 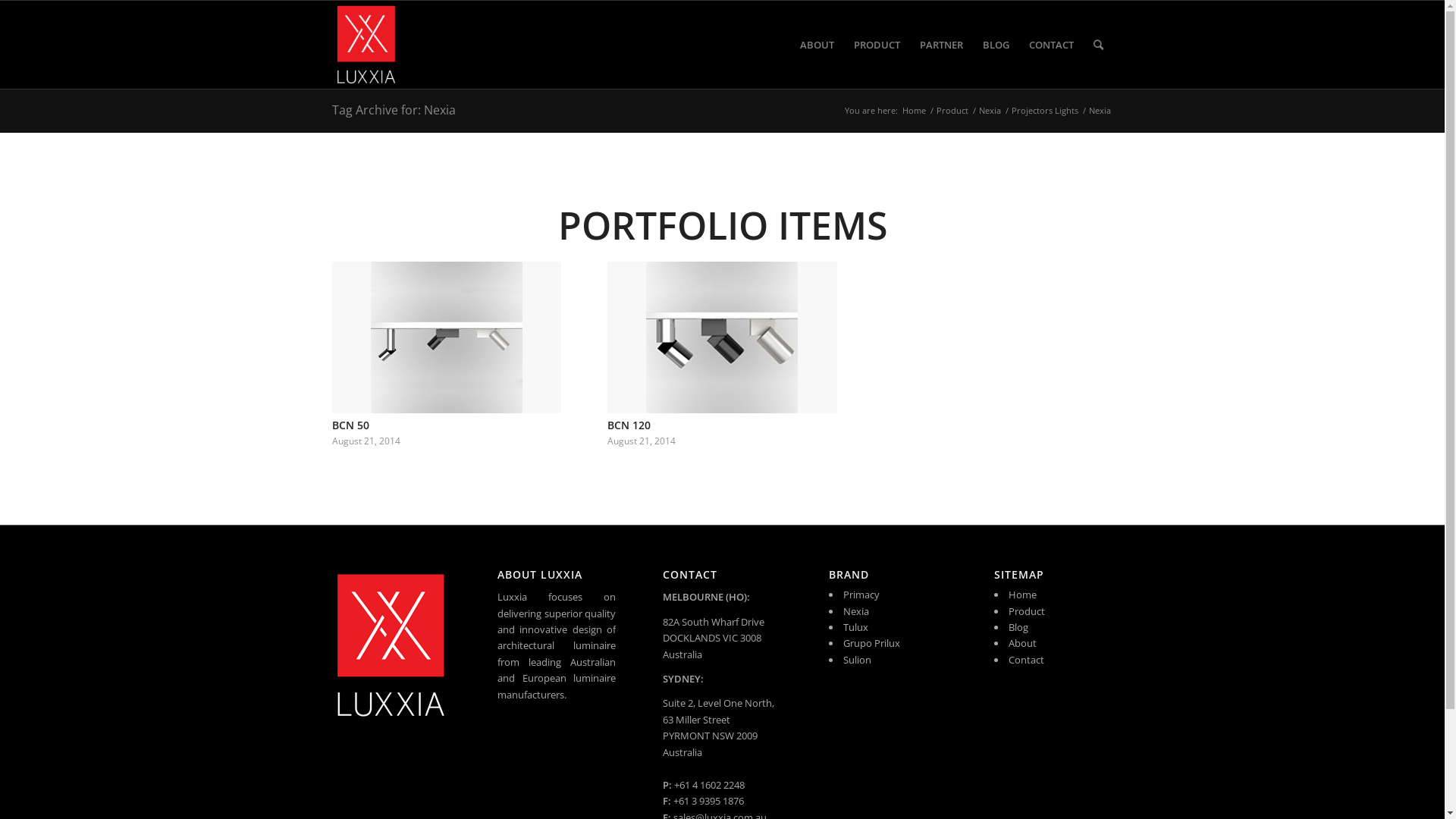 What do you see at coordinates (871, 643) in the screenshot?
I see `'Grupo Prilux'` at bounding box center [871, 643].